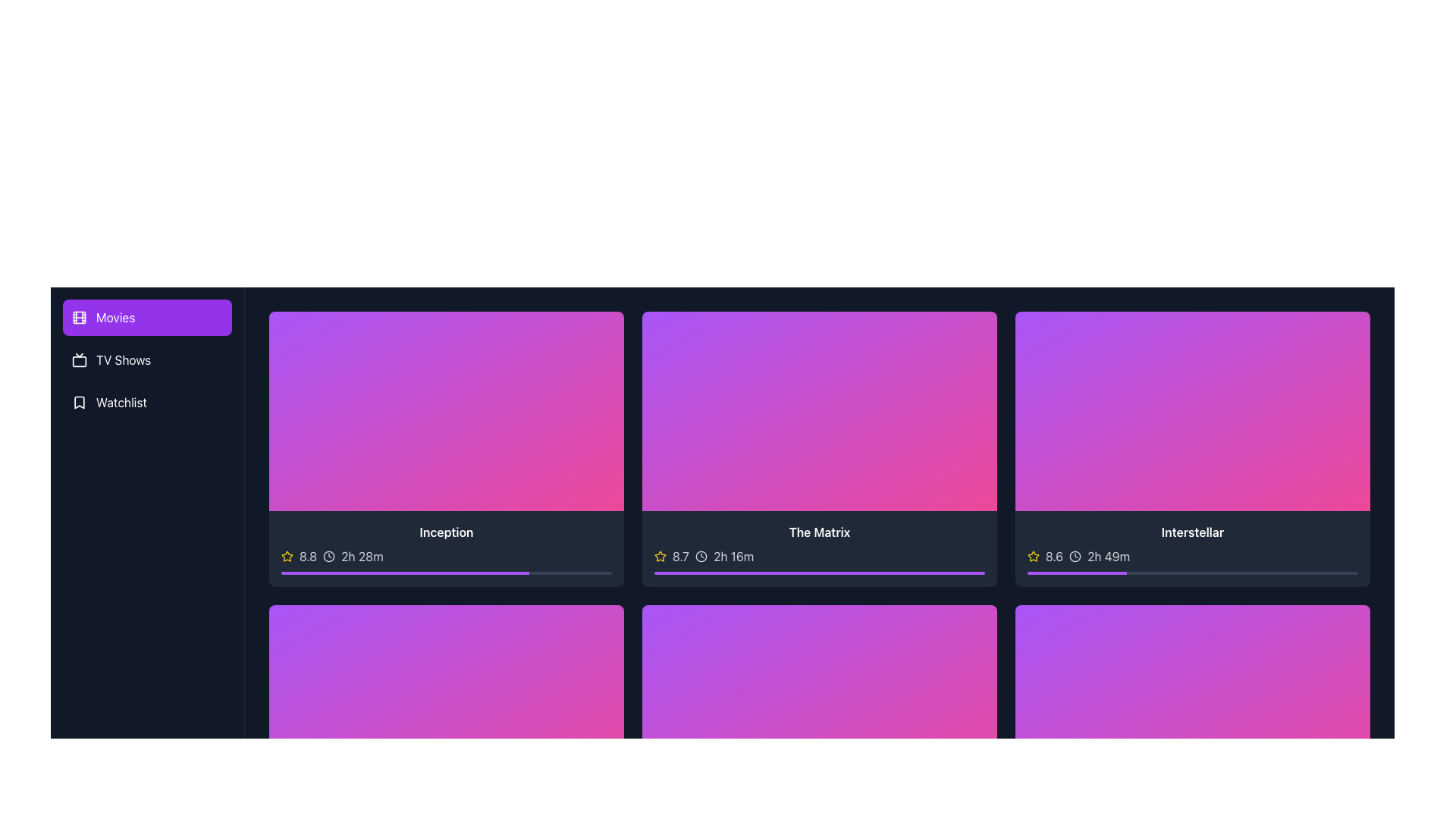 The image size is (1456, 819). What do you see at coordinates (1075, 557) in the screenshot?
I see `the clock icon, which is a circular outline enclosing a clock face, located in the metadata area of the 'Interstellar' card, between the rating text '8.6' and the duration '2h 49m'` at bounding box center [1075, 557].